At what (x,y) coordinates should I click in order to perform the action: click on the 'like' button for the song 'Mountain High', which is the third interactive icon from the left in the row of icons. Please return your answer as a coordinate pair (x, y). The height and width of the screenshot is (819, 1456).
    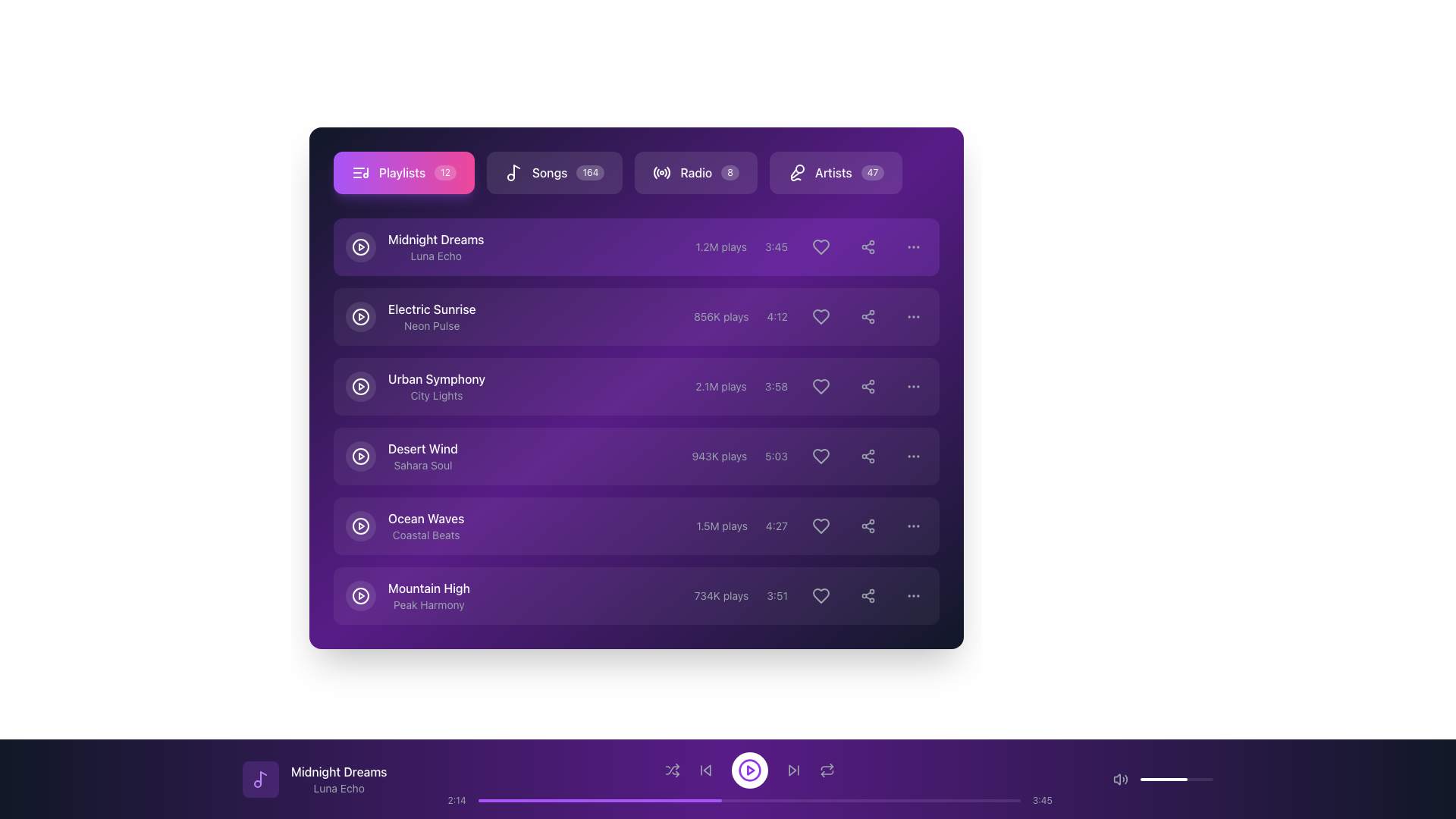
    Looking at the image, I should click on (810, 595).